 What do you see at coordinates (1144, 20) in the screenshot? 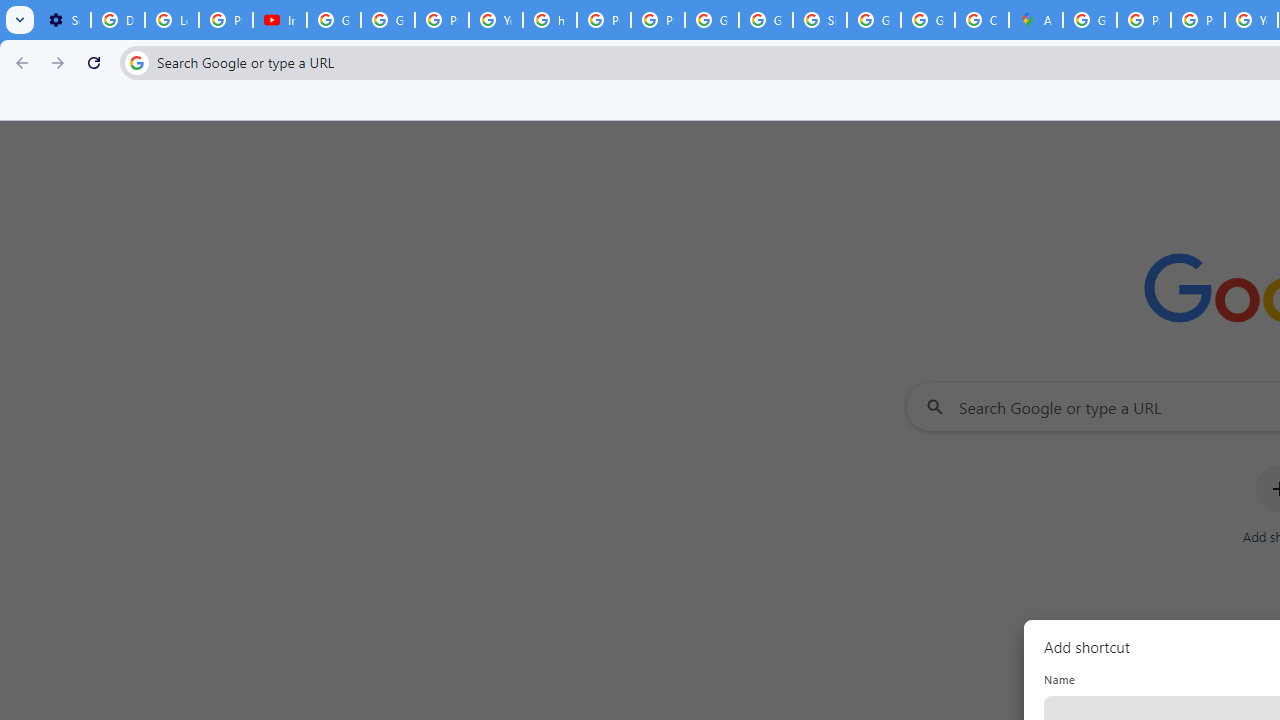
I see `'Privacy Help Center - Policies Help'` at bounding box center [1144, 20].